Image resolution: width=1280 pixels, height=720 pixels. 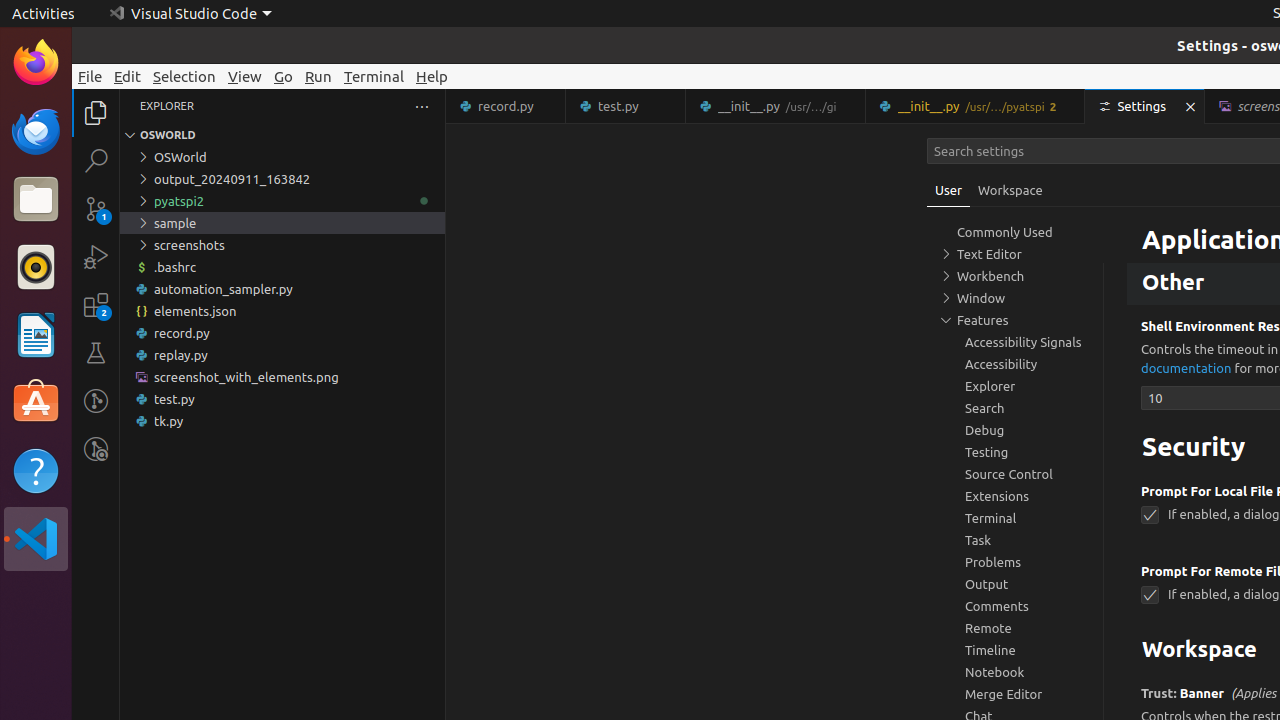 I want to click on 'screenshot_with_elements.png', so click(x=281, y=376).